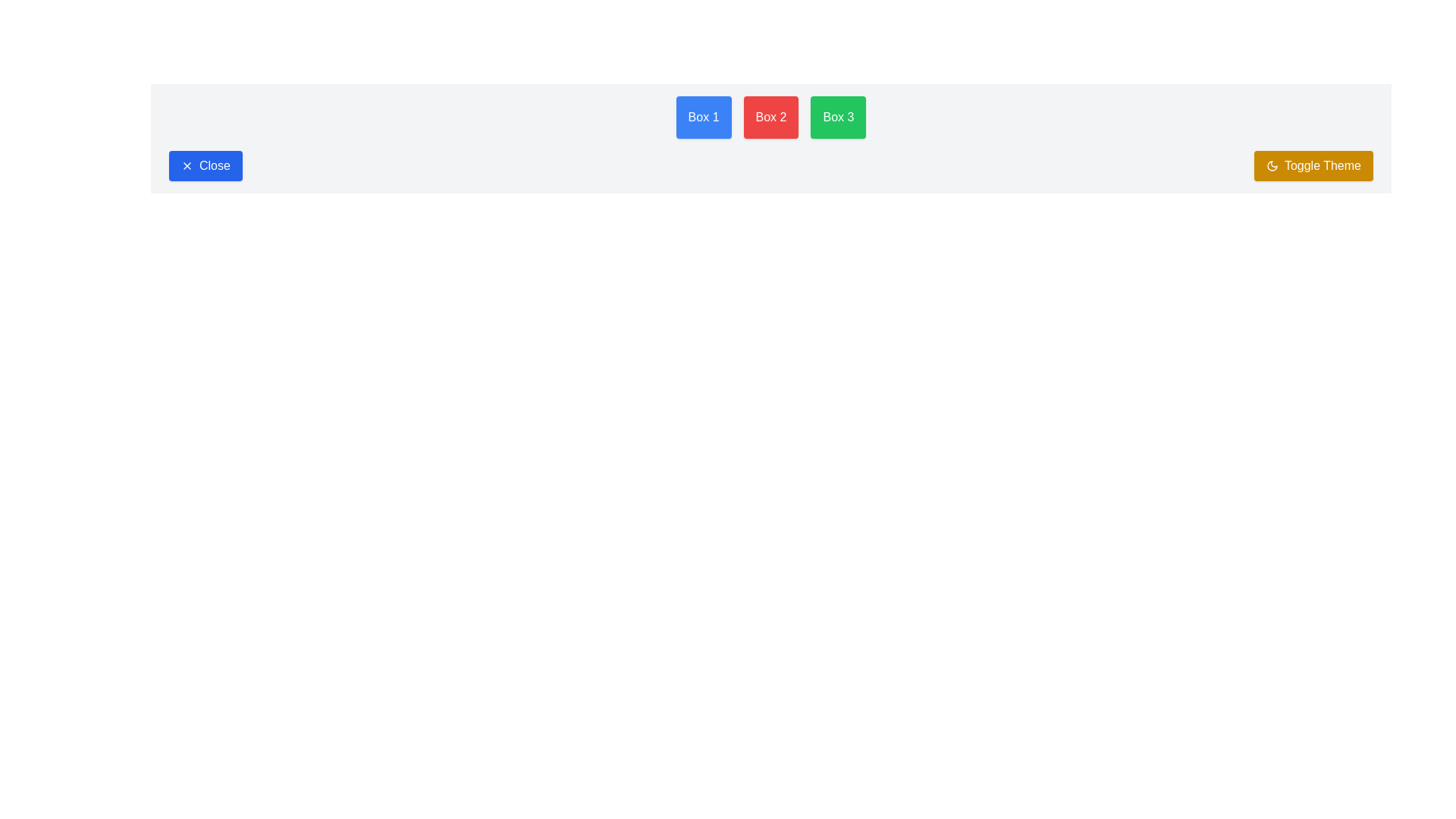  What do you see at coordinates (771, 116) in the screenshot?
I see `the red rectangular button labeled 'Box 2' which is visually distinct with a white text and rounded corners, located between the blue 'Box 1' and green 'Box 3' buttons` at bounding box center [771, 116].